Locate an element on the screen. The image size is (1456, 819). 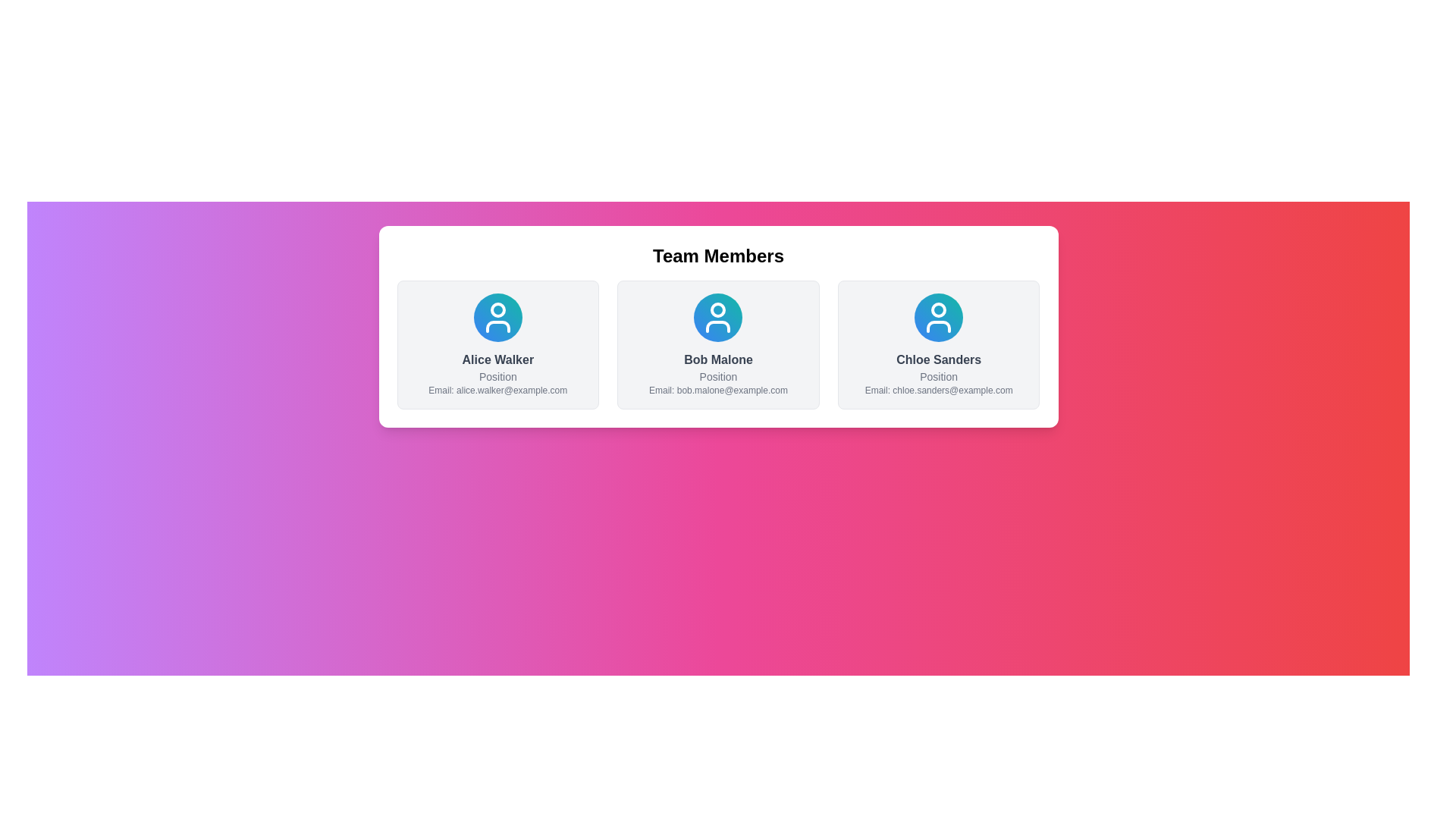
the non-interactive text element indicating the role or position associated with 'Chloe Sanders', located in the rightmost card of the 'Team Members' section, below the name and above the email information is located at coordinates (938, 376).